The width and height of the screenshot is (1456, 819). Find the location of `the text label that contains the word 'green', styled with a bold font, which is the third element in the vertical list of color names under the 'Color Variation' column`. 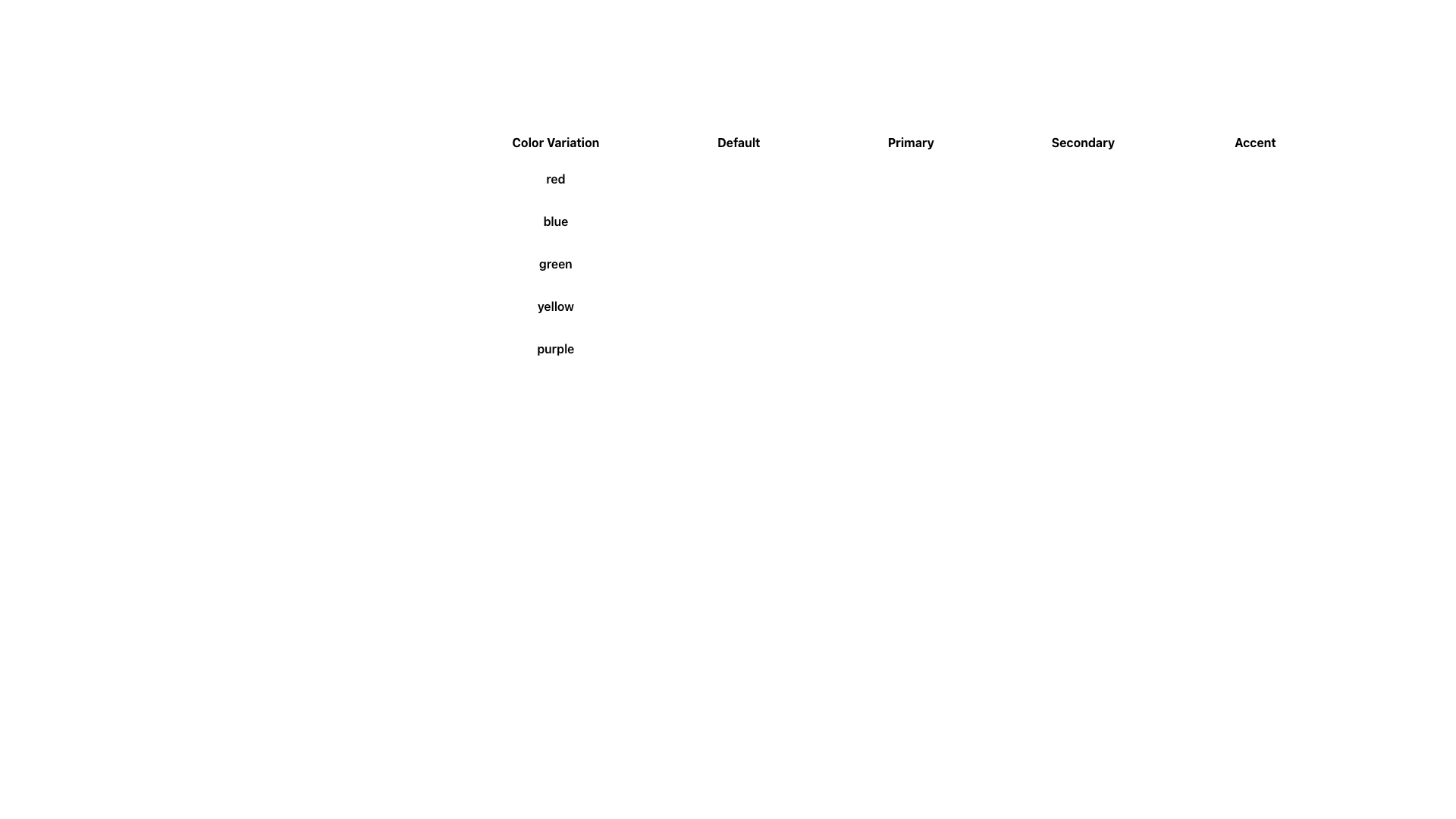

the text label that contains the word 'green', styled with a bold font, which is the third element in the vertical list of color names under the 'Color Variation' column is located at coordinates (554, 262).